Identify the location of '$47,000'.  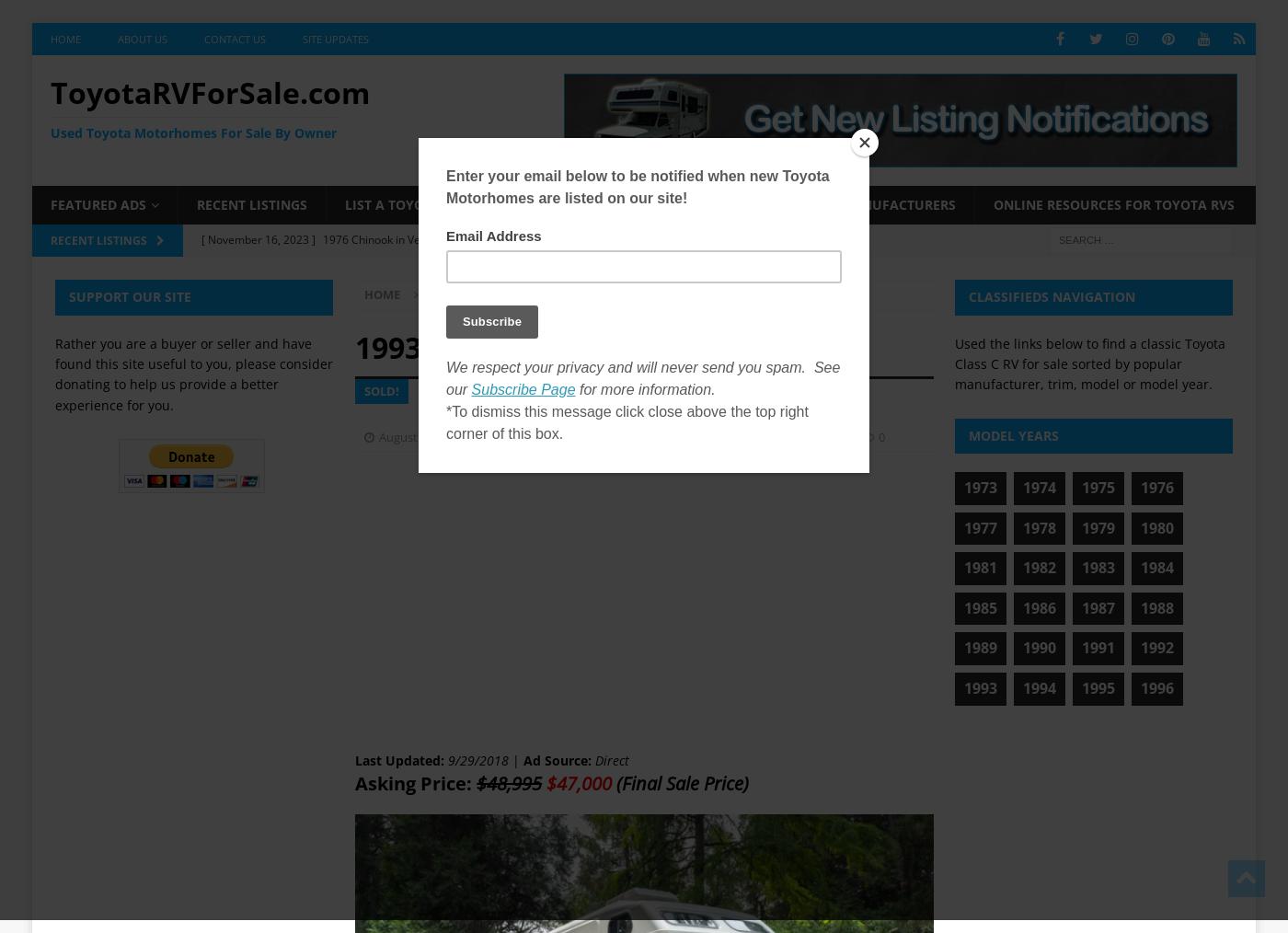
(579, 781).